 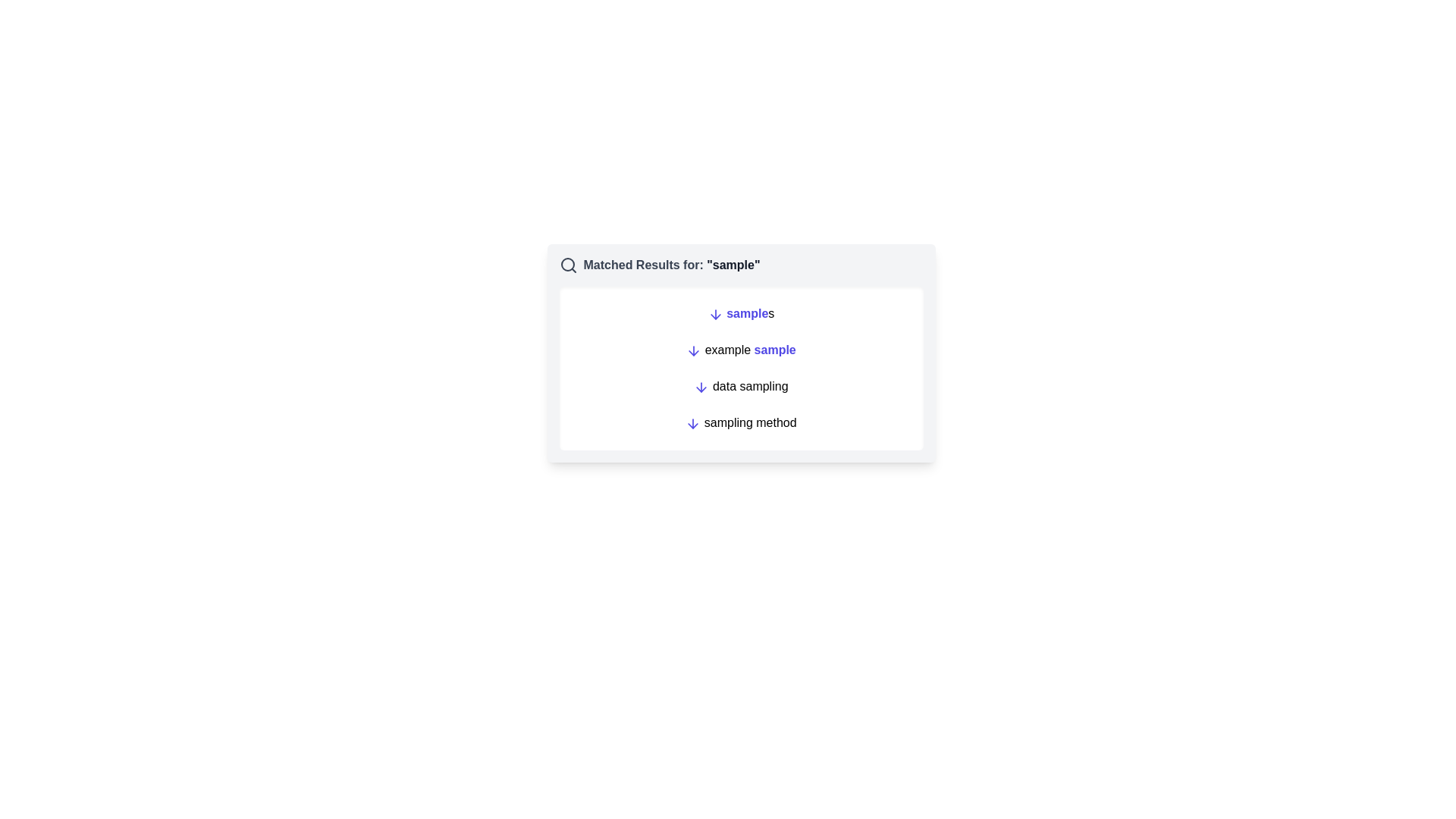 I want to click on the first list item that serves as a selectable option for filtering or navigating to content related to 'samples', so click(x=741, y=312).